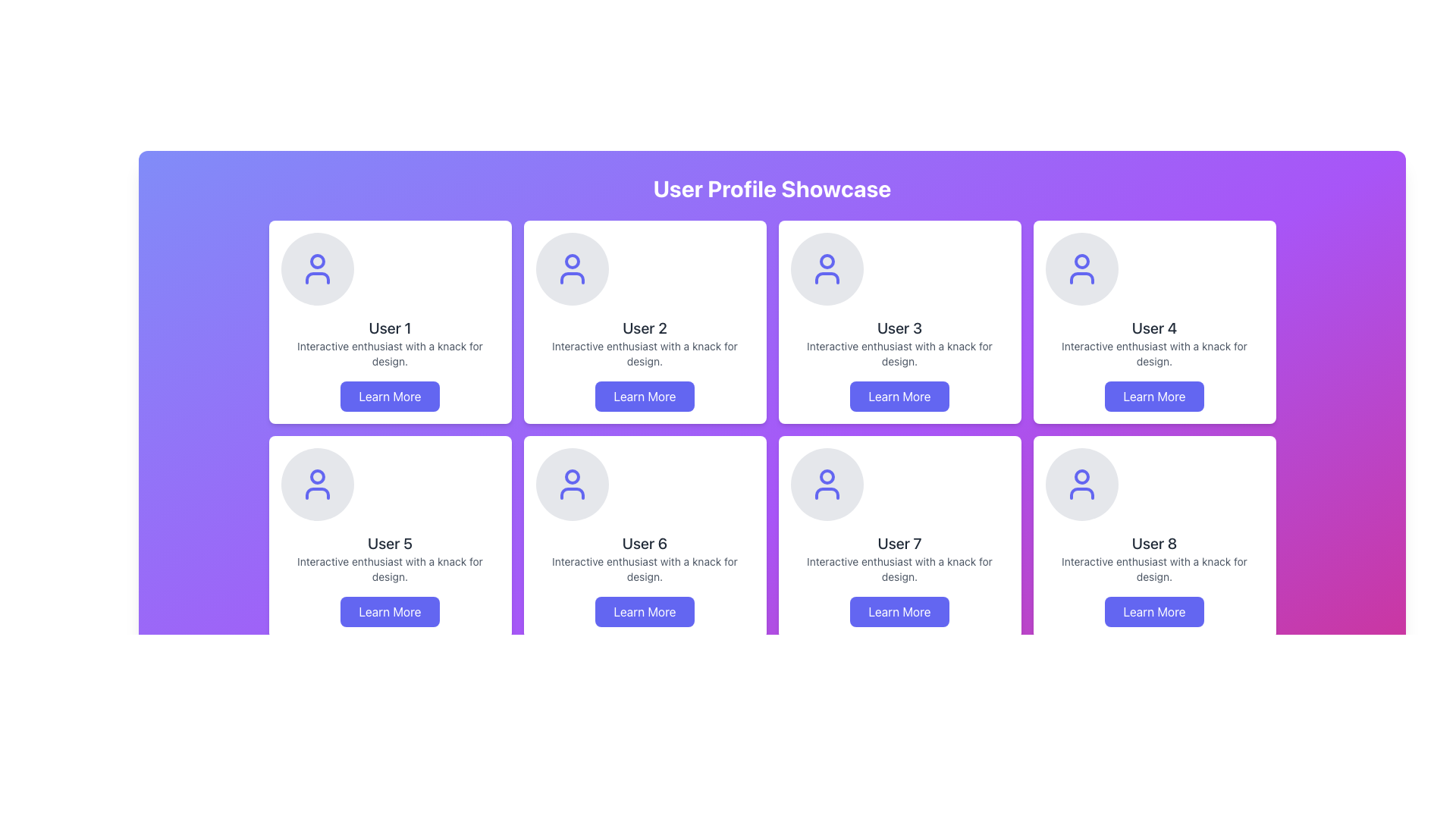  What do you see at coordinates (645, 543) in the screenshot?
I see `the text label displaying 'User 6' located in the bottom center of the card component within a 2x4 grid layout, positioned below an icon and above a descriptive text paragraph and a 'Learn More' button` at bounding box center [645, 543].